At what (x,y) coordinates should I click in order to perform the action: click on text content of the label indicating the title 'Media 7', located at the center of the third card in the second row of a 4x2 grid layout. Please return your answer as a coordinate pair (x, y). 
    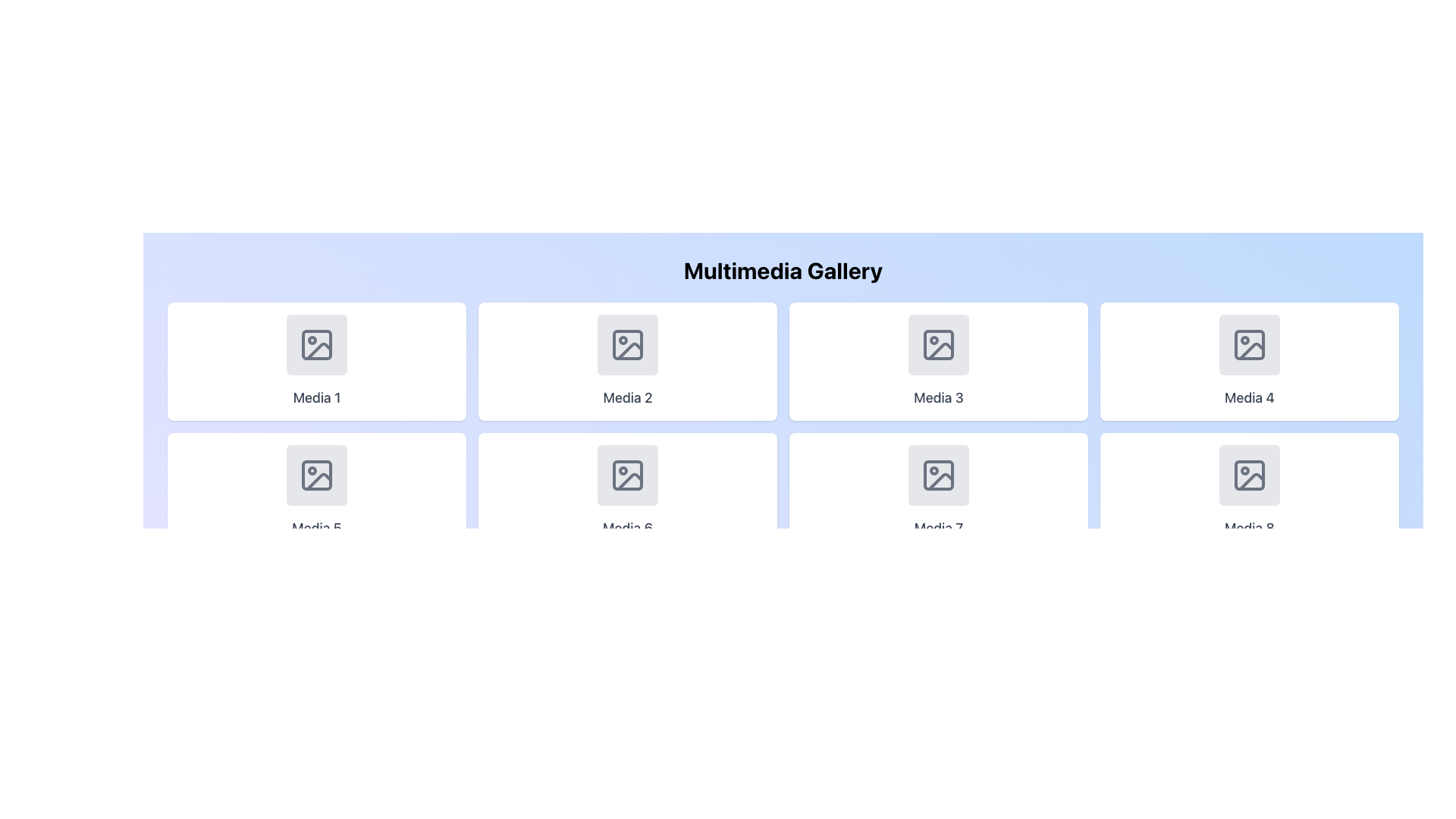
    Looking at the image, I should click on (938, 528).